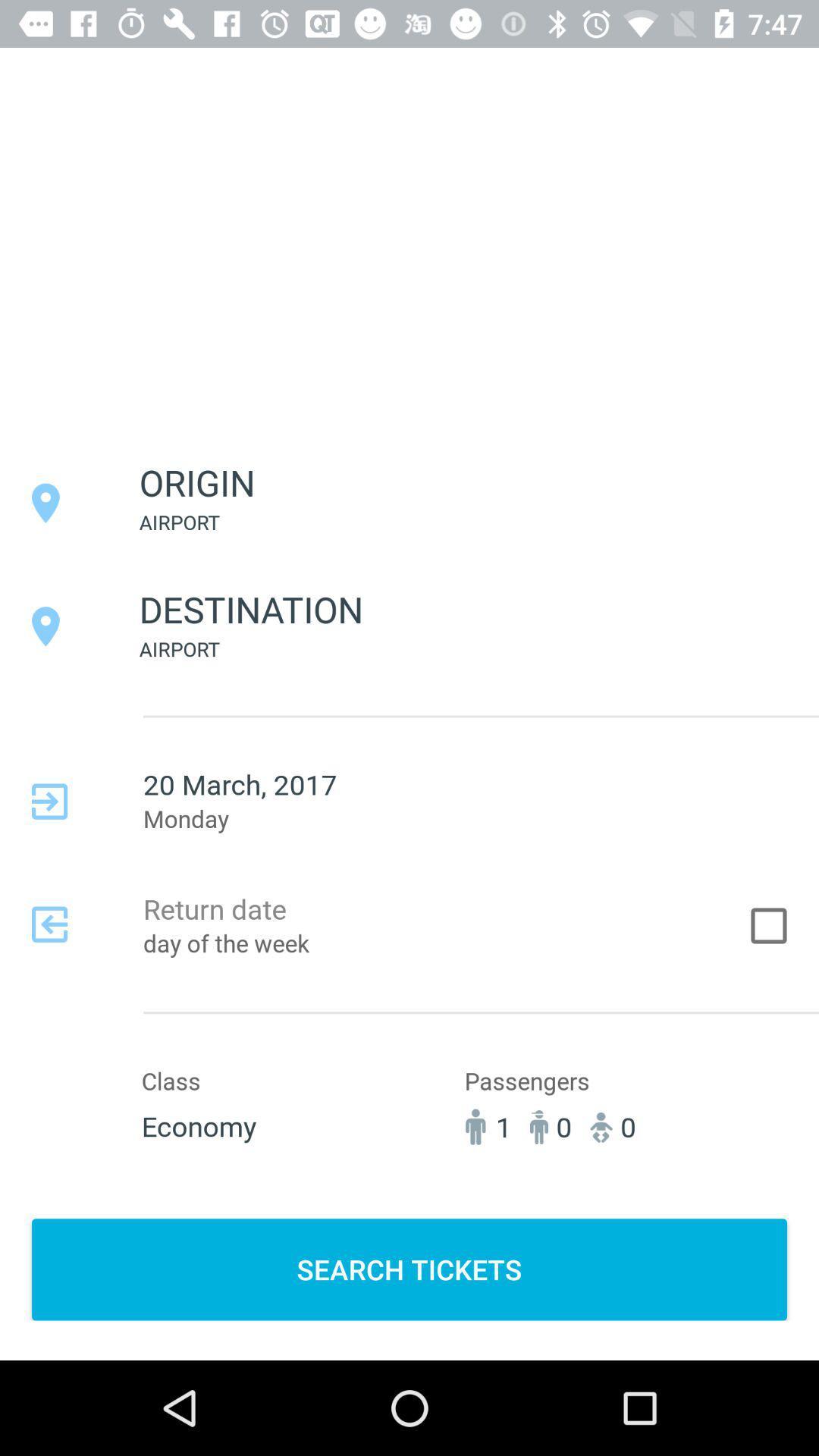 The height and width of the screenshot is (1456, 819). I want to click on the item below 1 item, so click(409, 1269).